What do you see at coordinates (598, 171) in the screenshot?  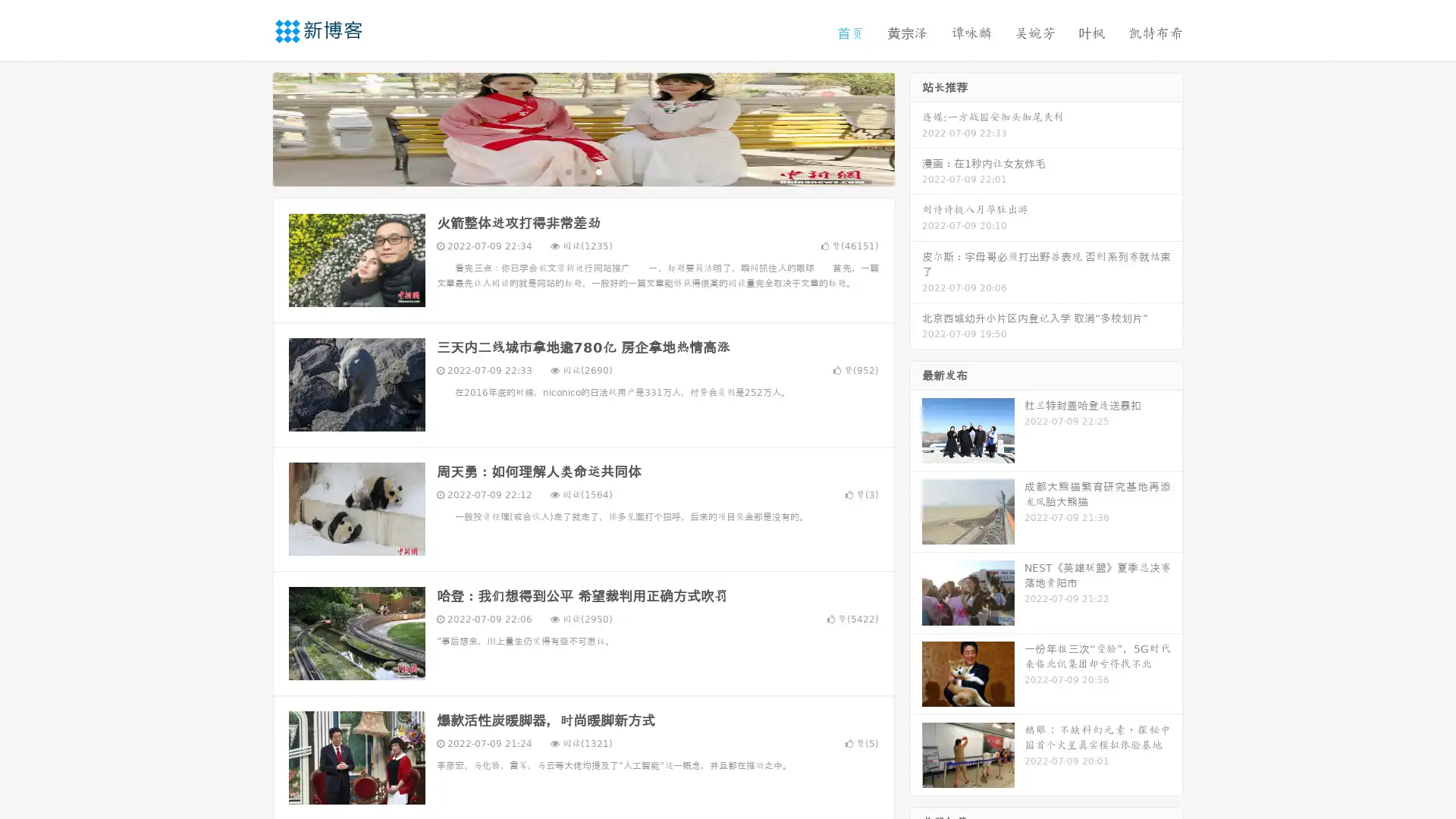 I see `Go to slide 3` at bounding box center [598, 171].